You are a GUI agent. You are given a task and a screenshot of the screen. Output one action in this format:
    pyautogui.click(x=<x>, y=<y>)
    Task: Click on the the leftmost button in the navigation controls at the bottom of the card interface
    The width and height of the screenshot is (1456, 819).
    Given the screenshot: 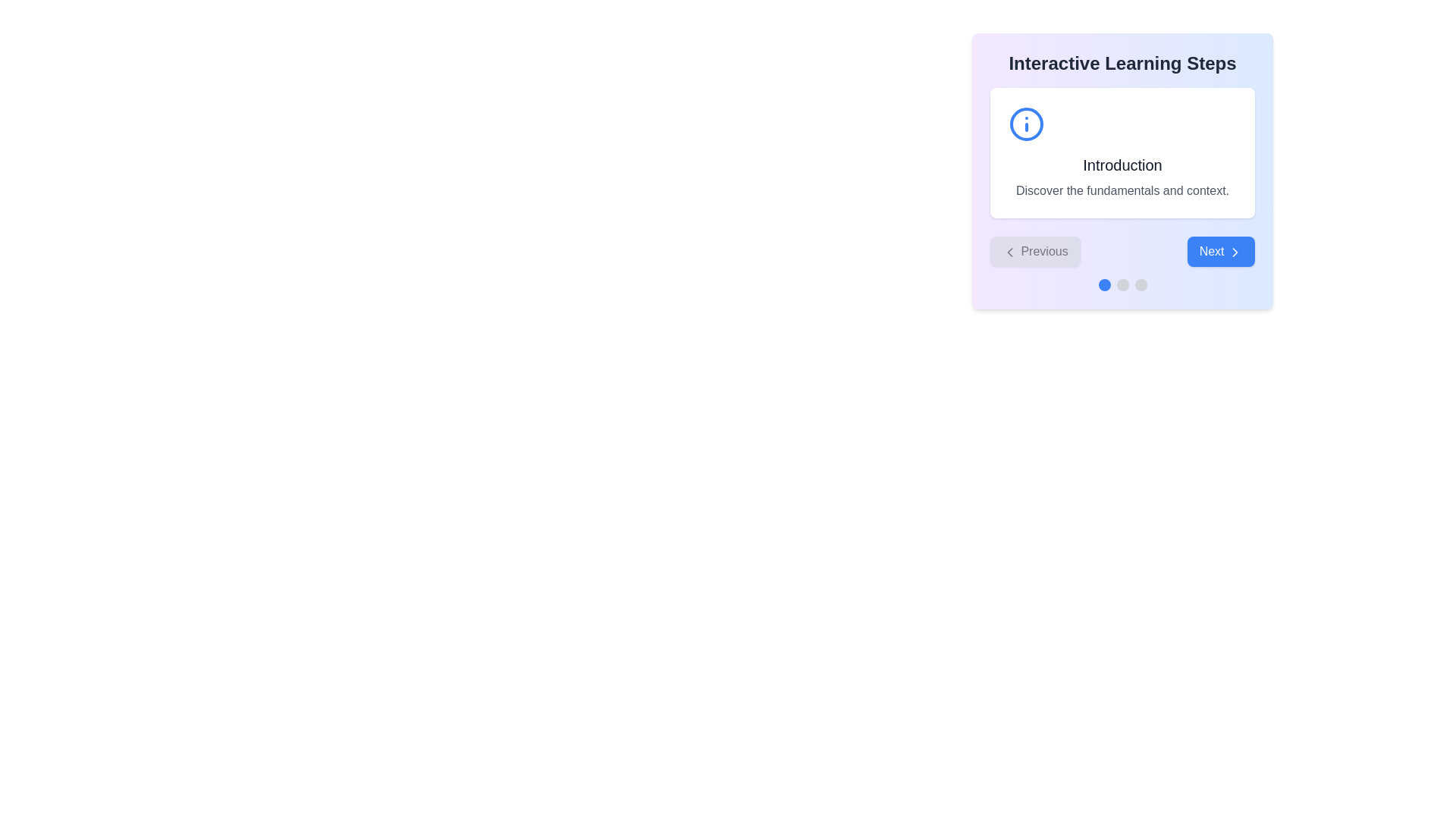 What is the action you would take?
    pyautogui.click(x=1034, y=250)
    